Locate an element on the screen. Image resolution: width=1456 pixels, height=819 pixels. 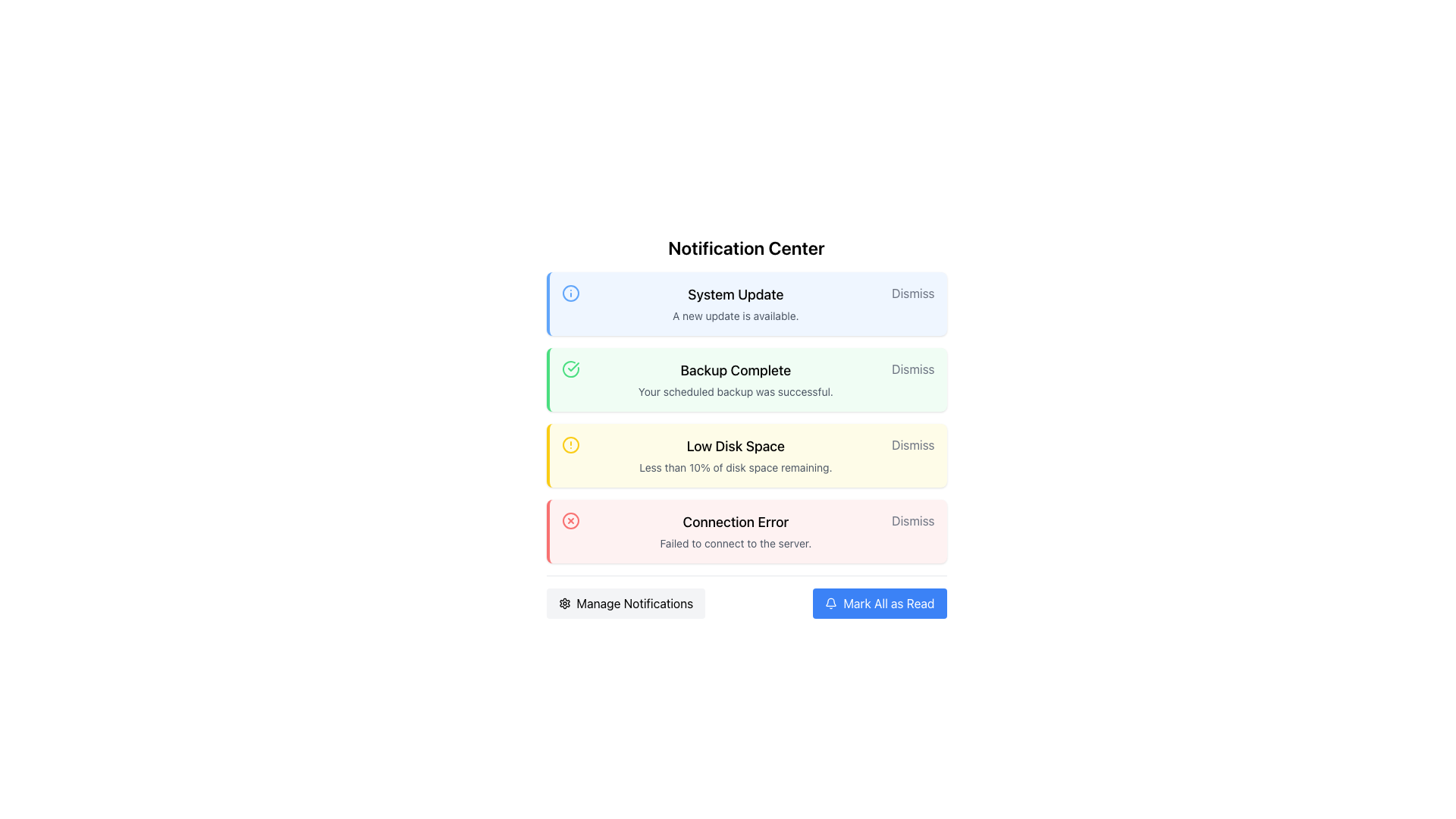
the button at the bottom-right of the notification panel to mark all notifications as read is located at coordinates (880, 602).